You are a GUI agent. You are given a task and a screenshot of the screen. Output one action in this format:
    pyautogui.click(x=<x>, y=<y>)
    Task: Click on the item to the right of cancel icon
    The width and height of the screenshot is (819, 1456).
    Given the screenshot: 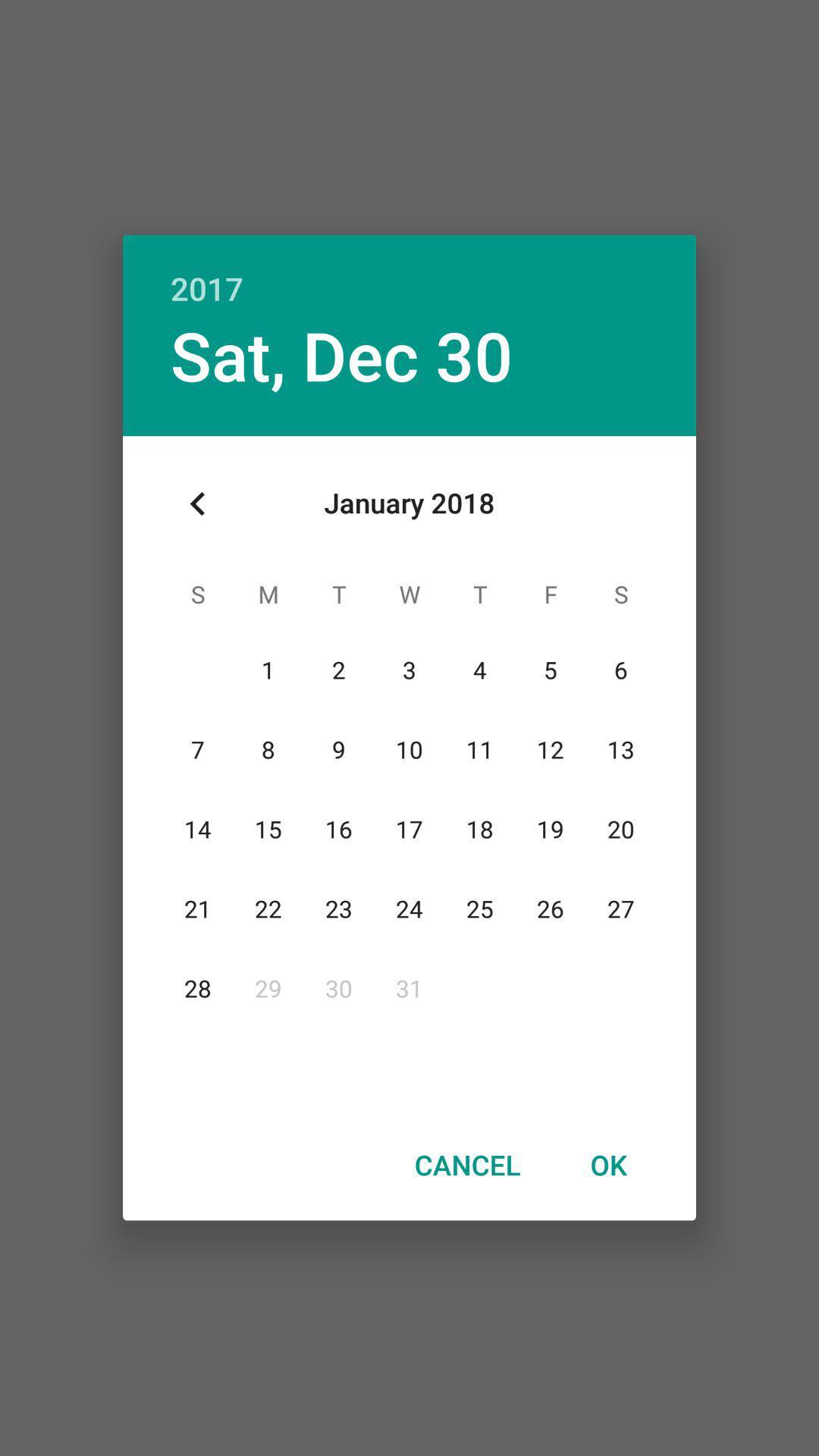 What is the action you would take?
    pyautogui.click(x=607, y=1164)
    